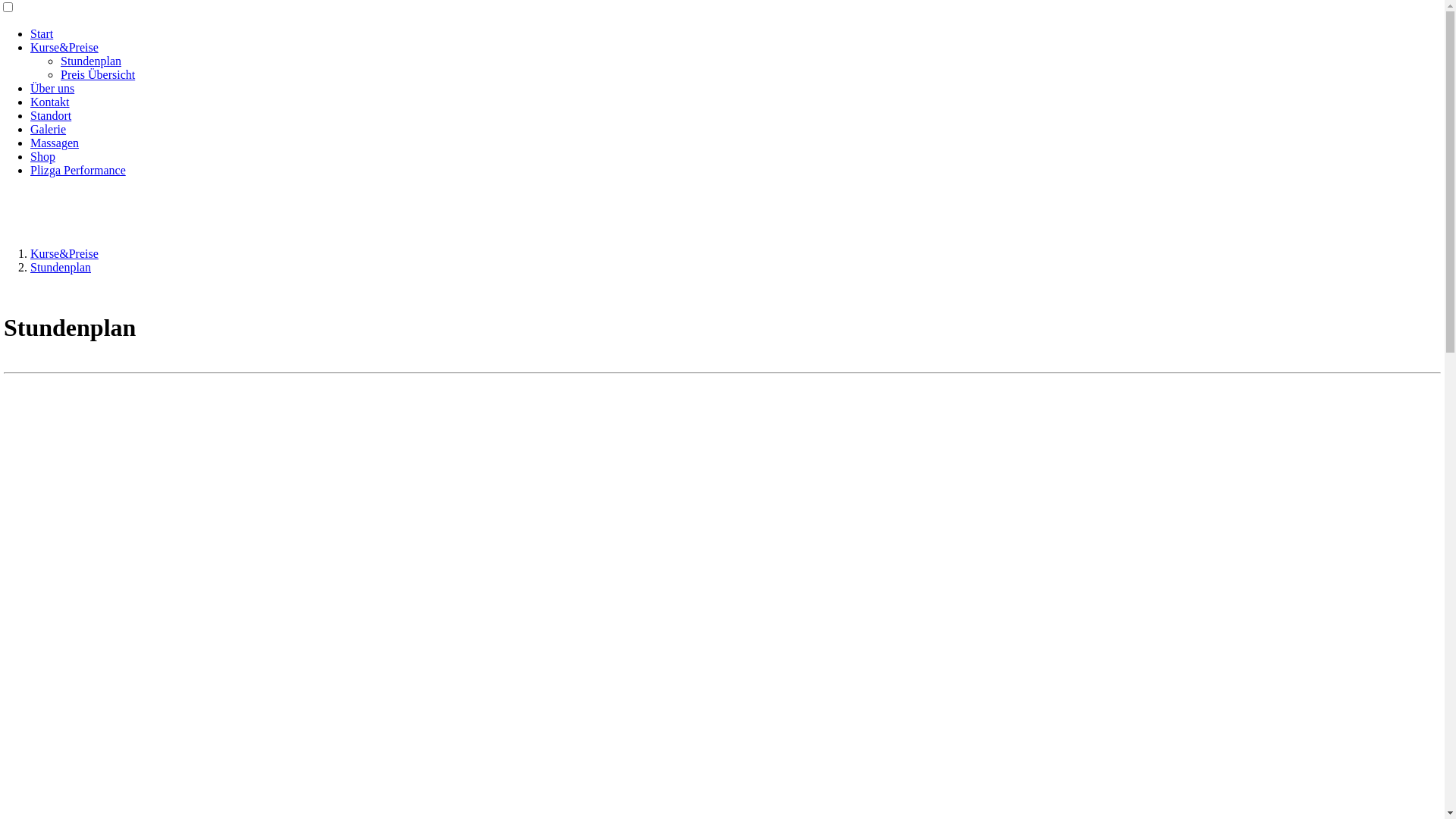  I want to click on 'Plizga Performance', so click(77, 170).